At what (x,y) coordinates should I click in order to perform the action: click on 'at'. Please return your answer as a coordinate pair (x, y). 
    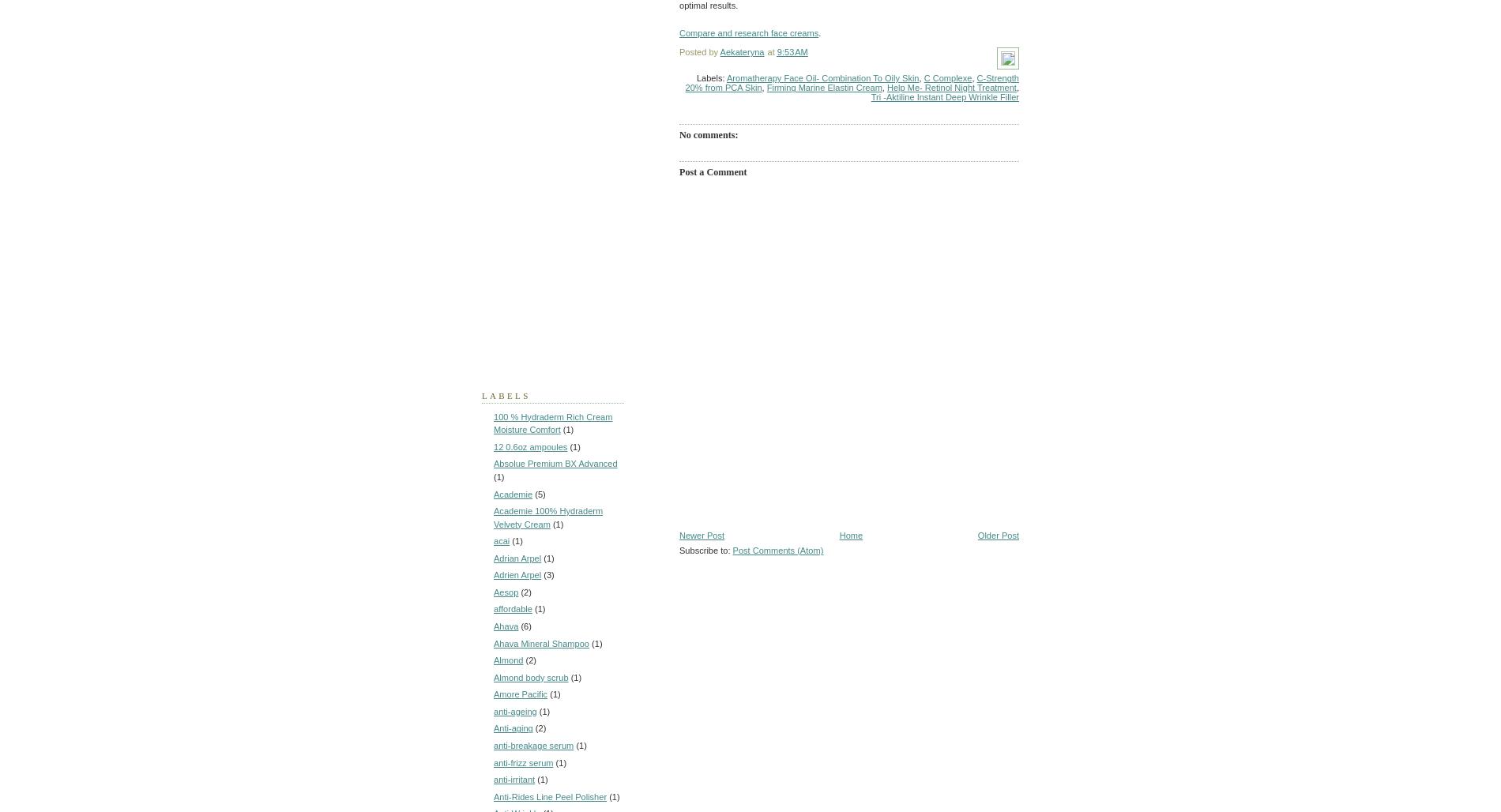
    Looking at the image, I should click on (767, 51).